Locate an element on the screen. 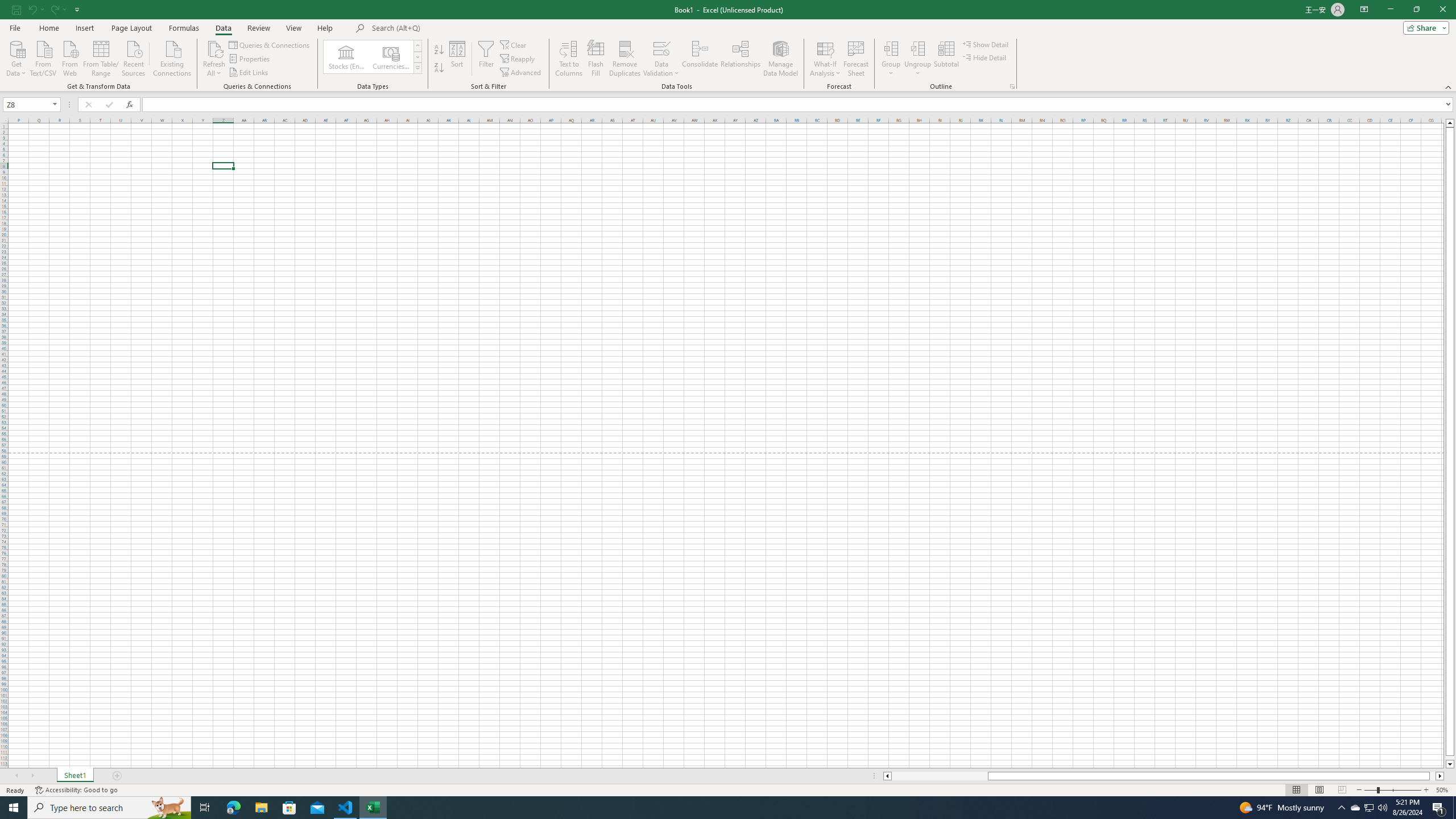  'Sort A to Z' is located at coordinates (438, 49).